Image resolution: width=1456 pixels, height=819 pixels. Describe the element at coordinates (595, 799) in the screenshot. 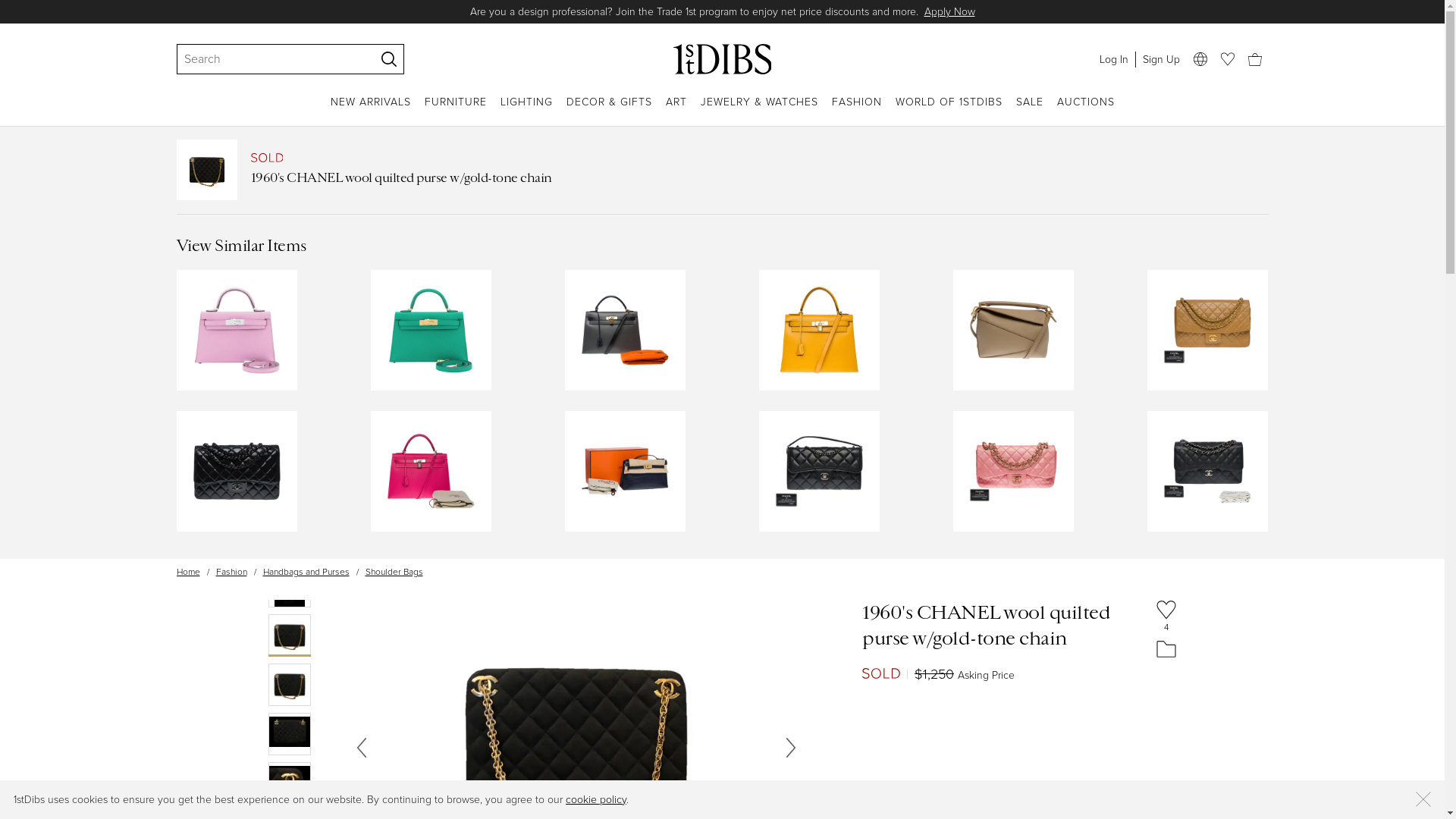

I see `'cookie policy'` at that location.